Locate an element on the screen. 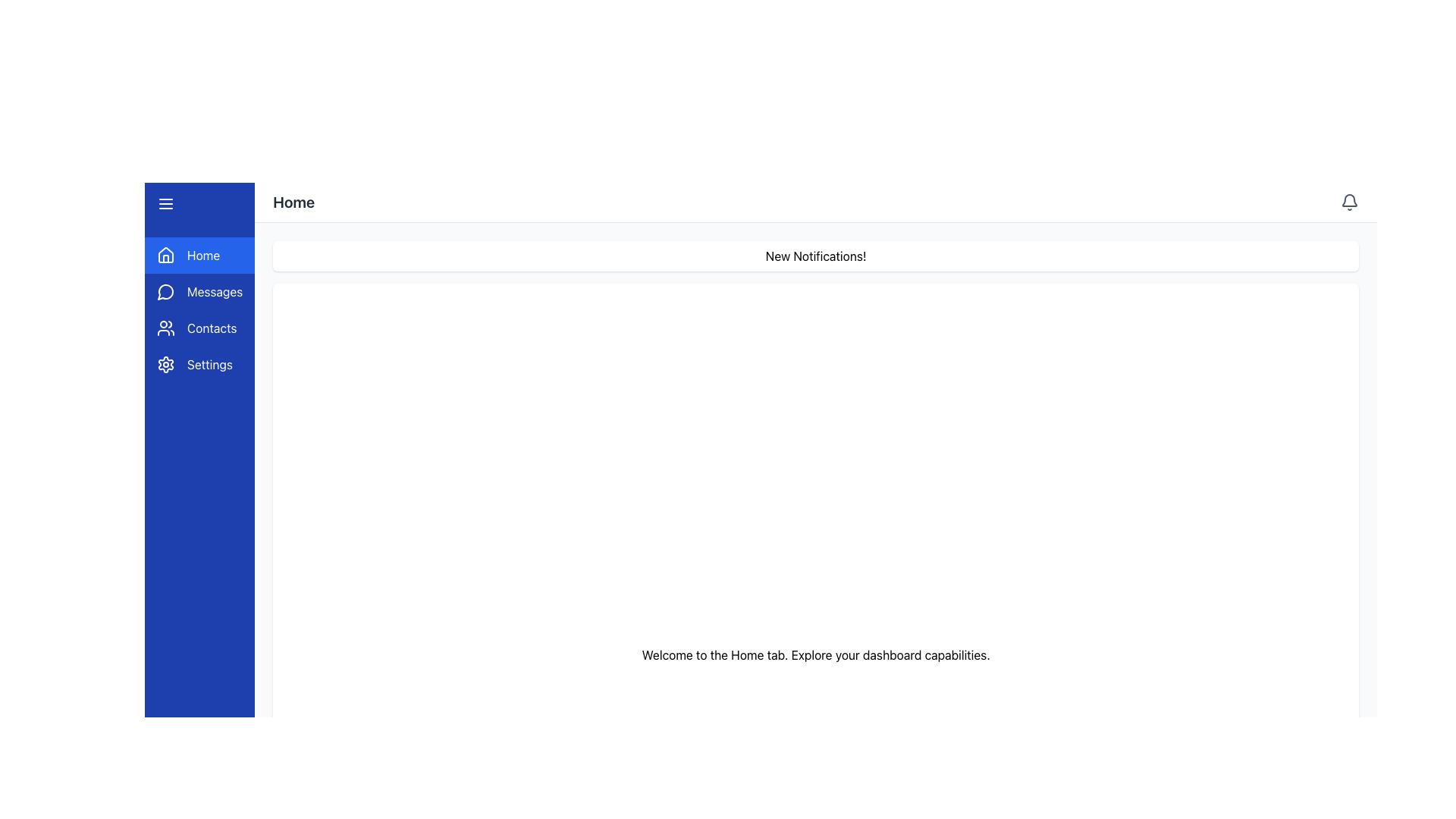 The image size is (1456, 819). the Home navigation button located at the top of the vertical menu in the sidebar is located at coordinates (199, 254).